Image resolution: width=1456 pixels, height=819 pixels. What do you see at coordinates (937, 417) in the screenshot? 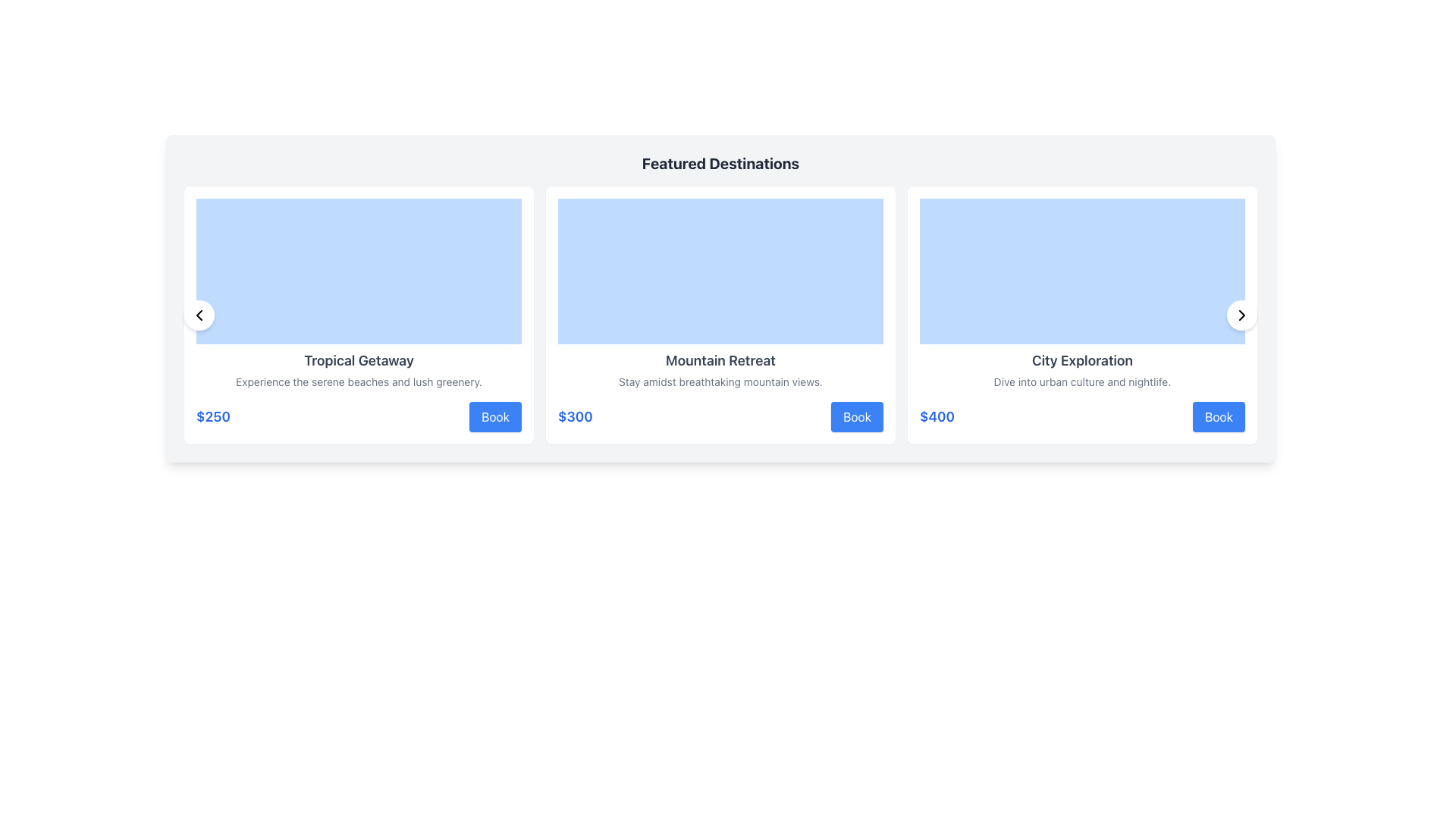
I see `the bold blue price label displaying '$400' located in the rightmost product card under 'Featured Destinations', positioned below the descriptive text and to the left of the 'Book' button` at bounding box center [937, 417].